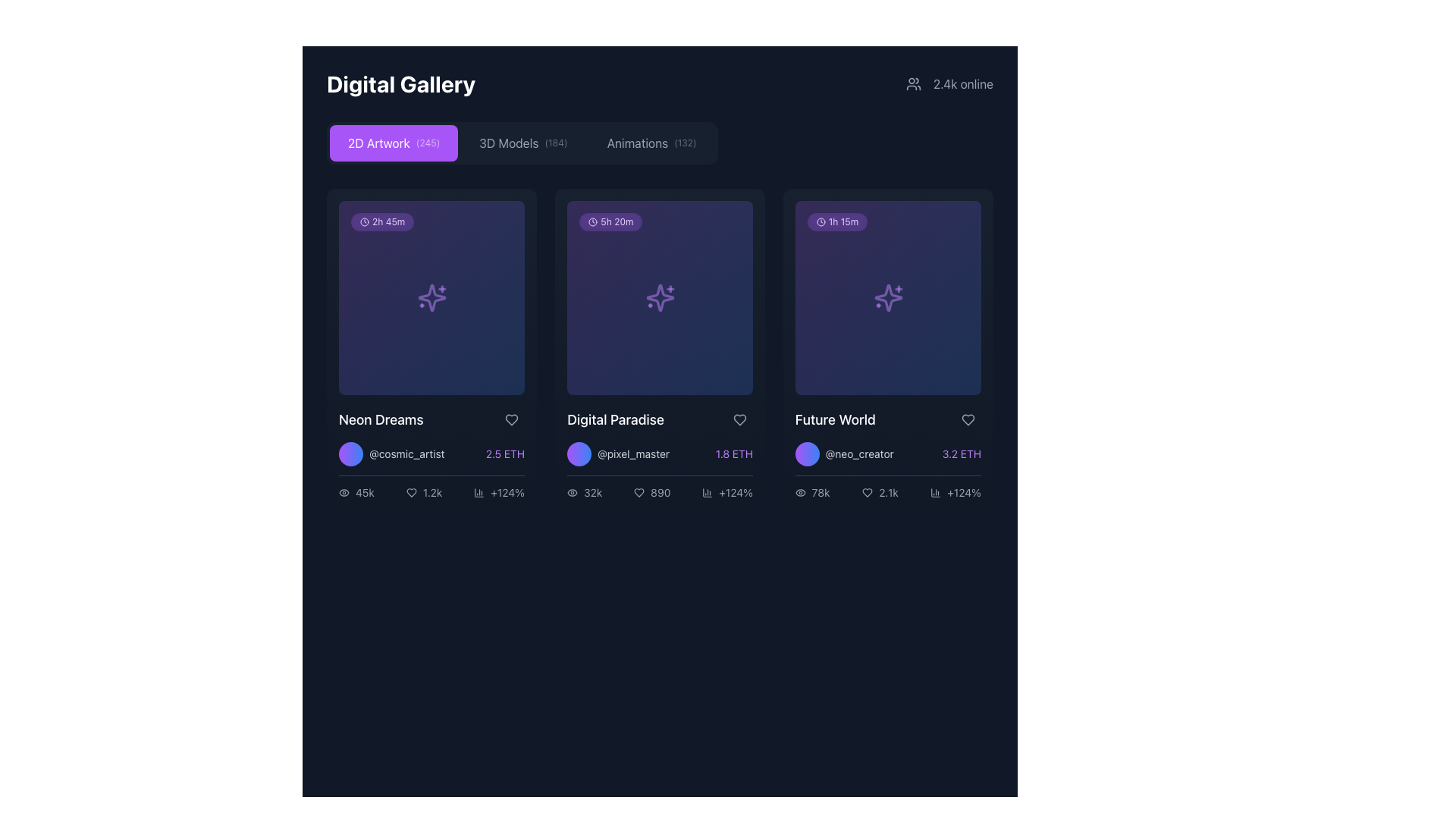 Image resolution: width=1456 pixels, height=819 pixels. I want to click on text '2.1k' from the heart icon located in the stats section below the 'Future World' card, specifically as the second metric among three, so click(880, 493).